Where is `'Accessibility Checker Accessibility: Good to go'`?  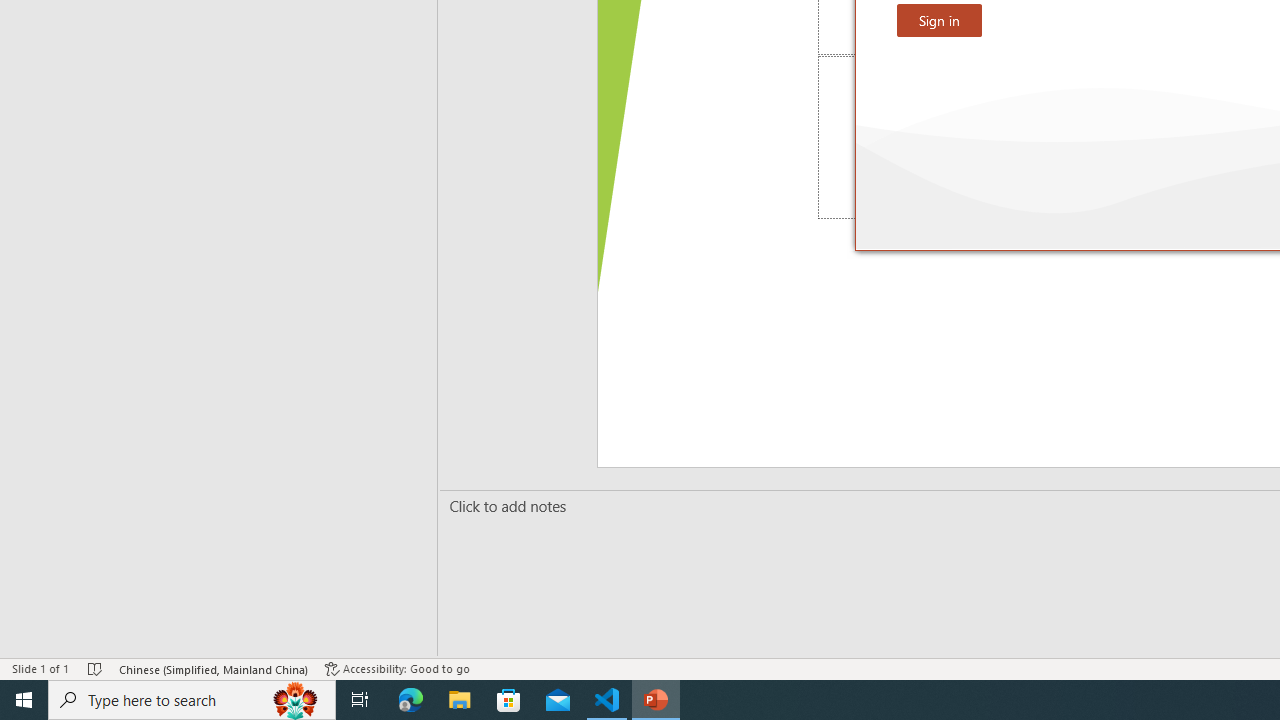 'Accessibility Checker Accessibility: Good to go' is located at coordinates (397, 669).